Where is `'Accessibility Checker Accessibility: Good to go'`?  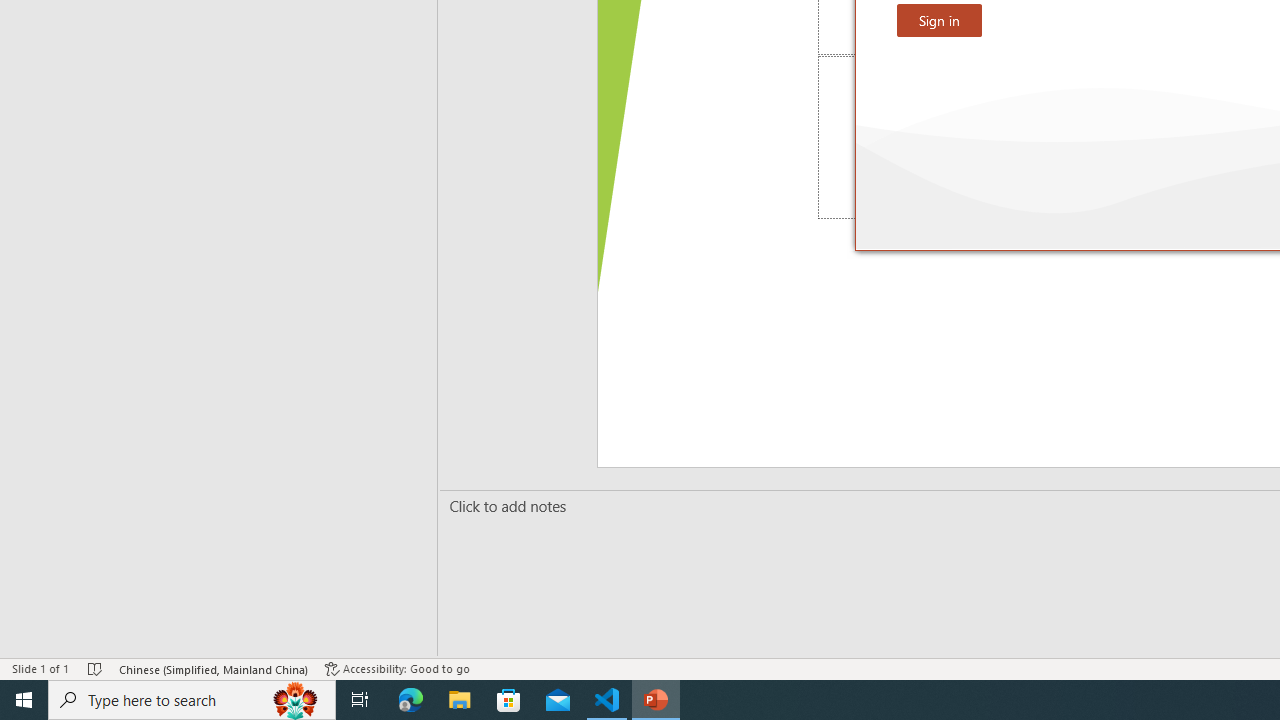 'Accessibility Checker Accessibility: Good to go' is located at coordinates (397, 669).